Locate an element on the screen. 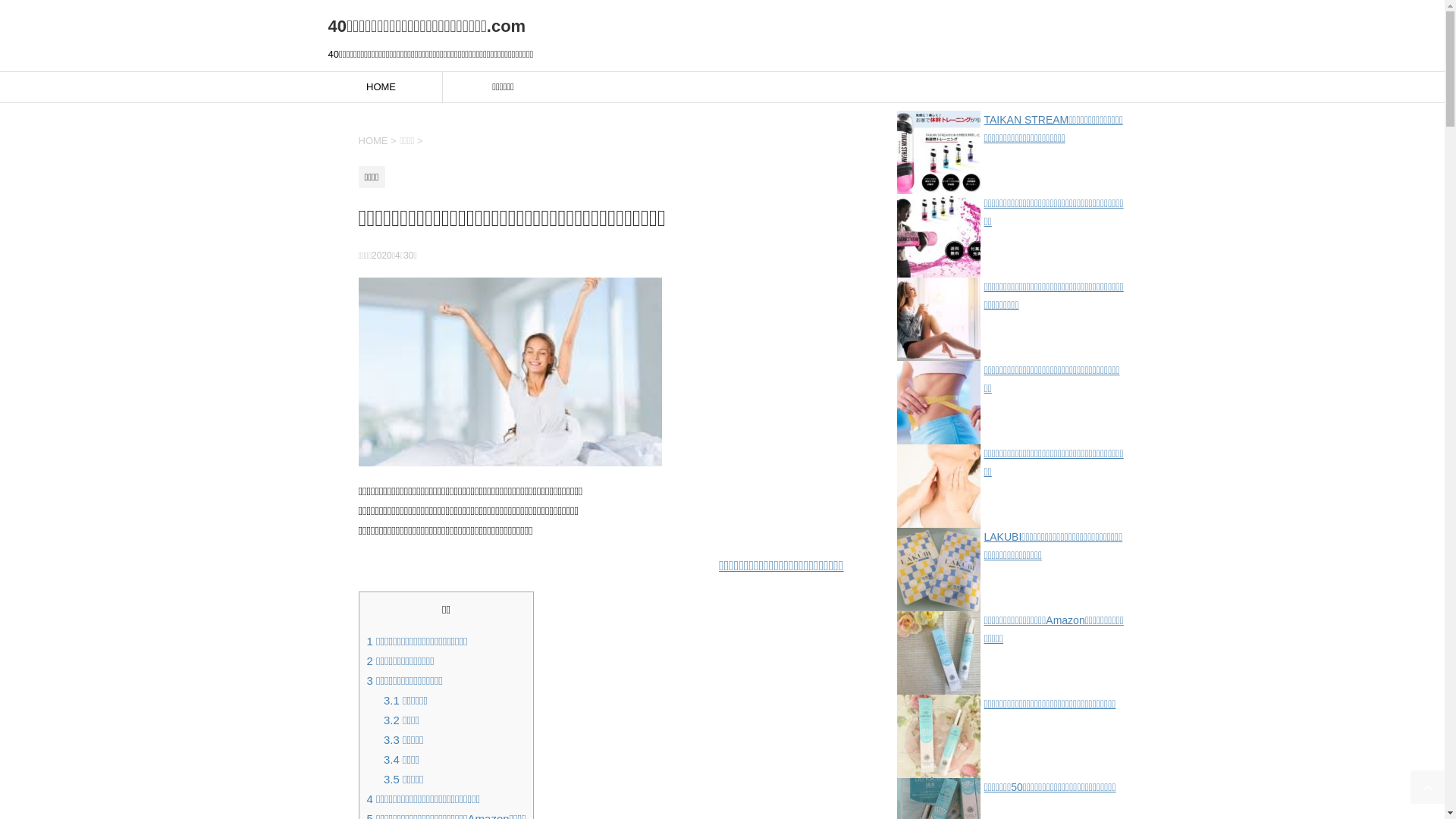  'HOME' is located at coordinates (356, 140).